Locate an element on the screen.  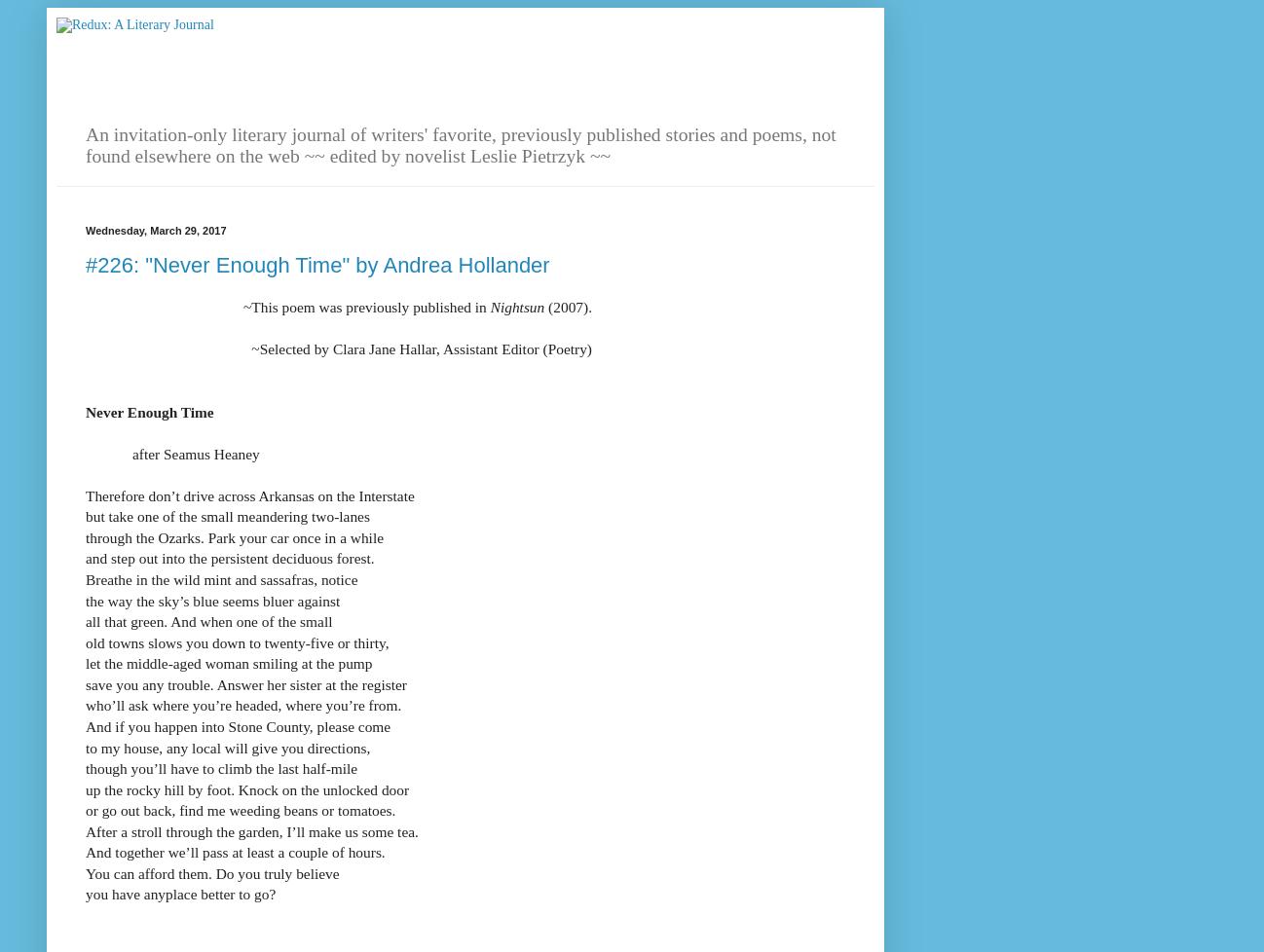
'or go out
back, find me weeding beans or tomatoes.' is located at coordinates (241, 809).